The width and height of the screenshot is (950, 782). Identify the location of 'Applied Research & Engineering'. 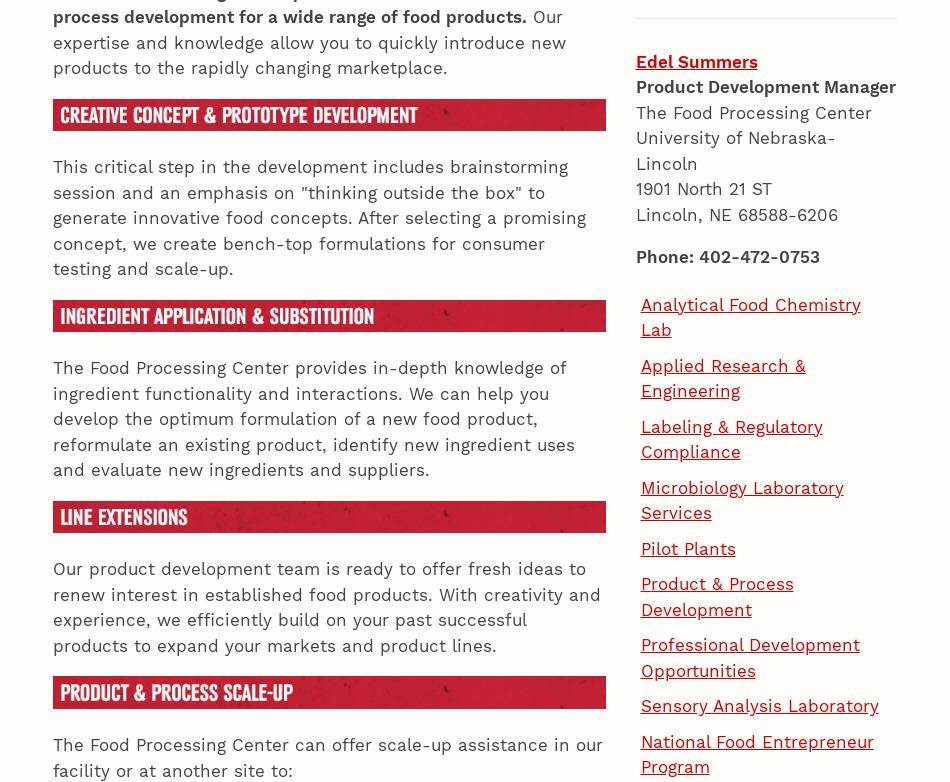
(640, 63).